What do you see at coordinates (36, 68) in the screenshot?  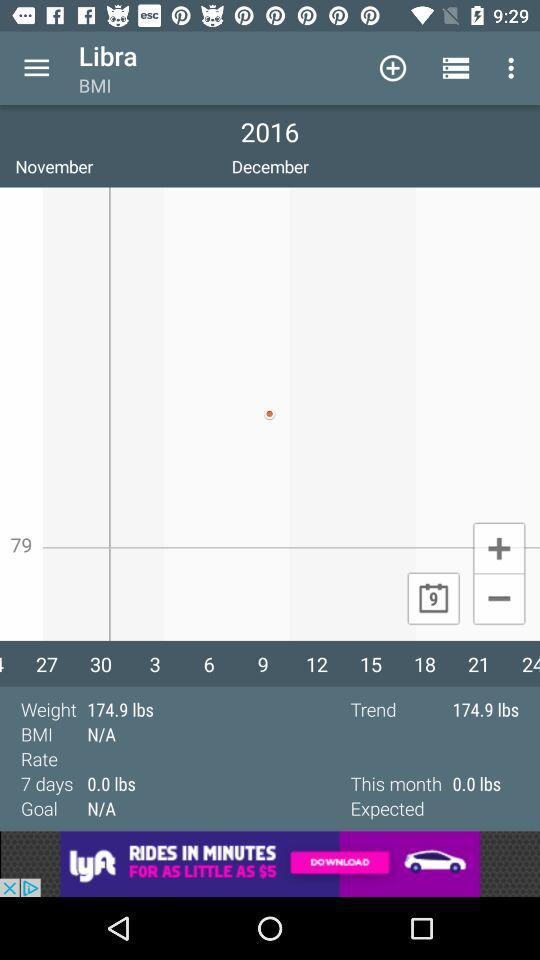 I see `menu options` at bounding box center [36, 68].